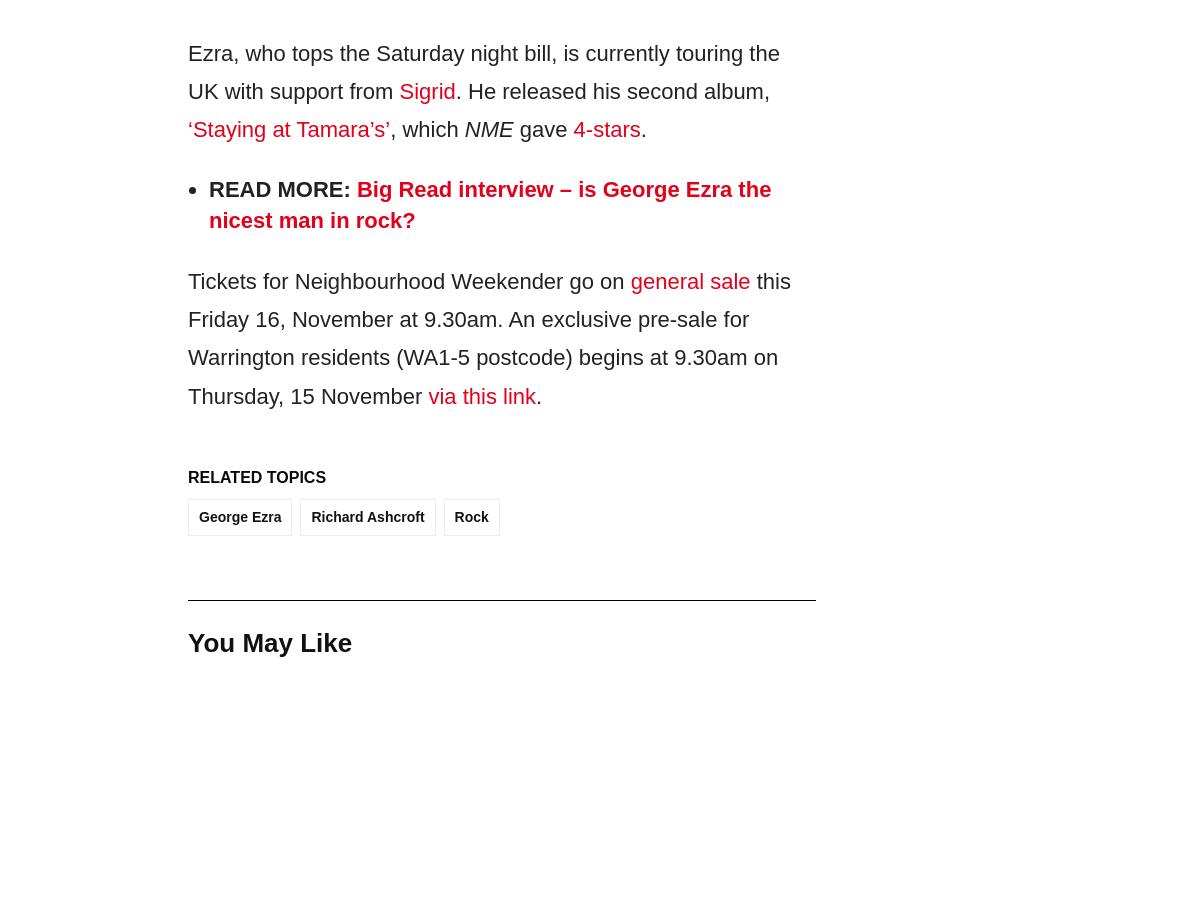 The height and width of the screenshot is (909, 1200). What do you see at coordinates (487, 129) in the screenshot?
I see `'NME'` at bounding box center [487, 129].